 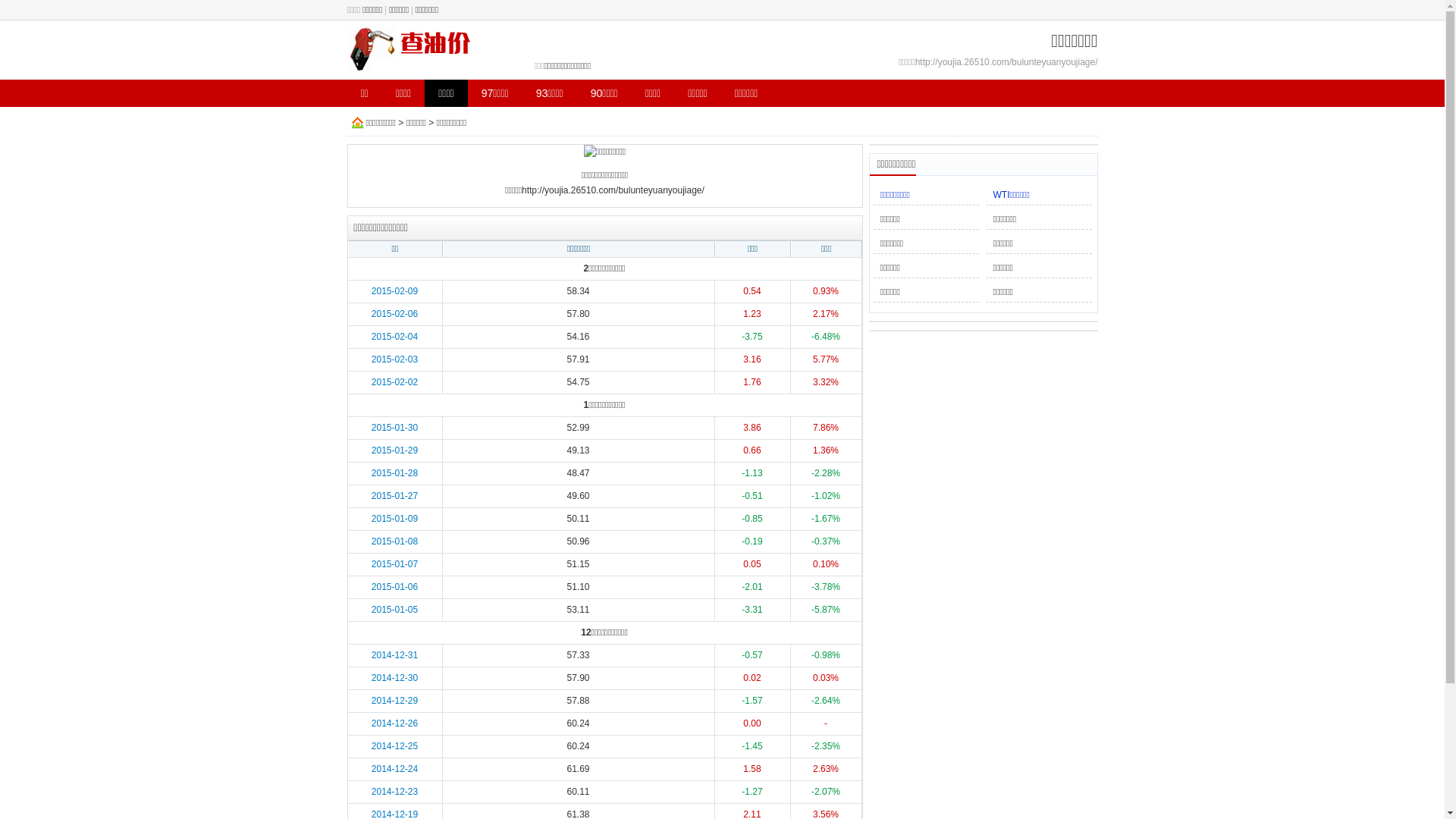 I want to click on '2015-01-08', so click(x=371, y=540).